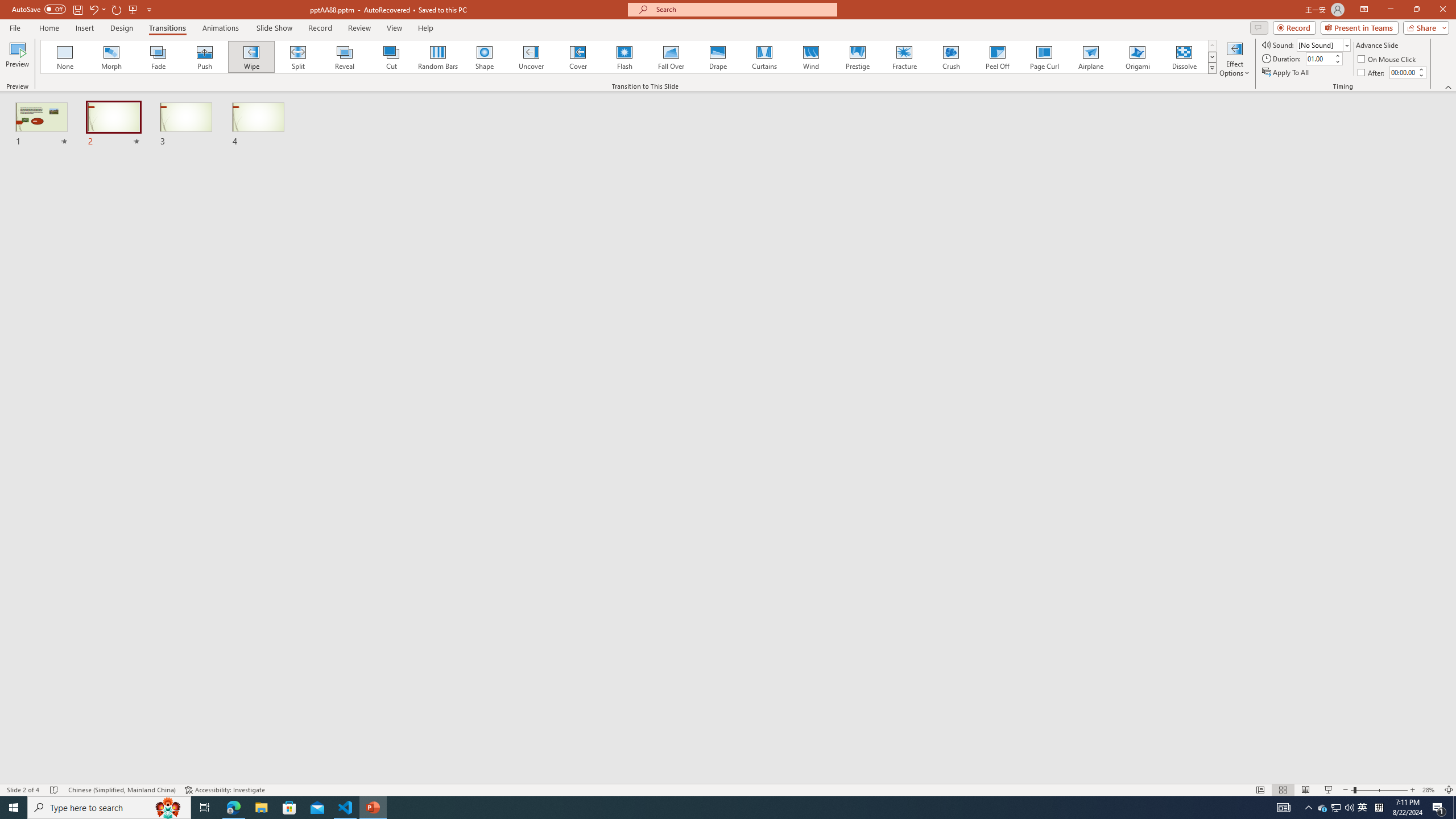 Image resolution: width=1456 pixels, height=819 pixels. I want to click on 'Airplane', so click(1090, 56).